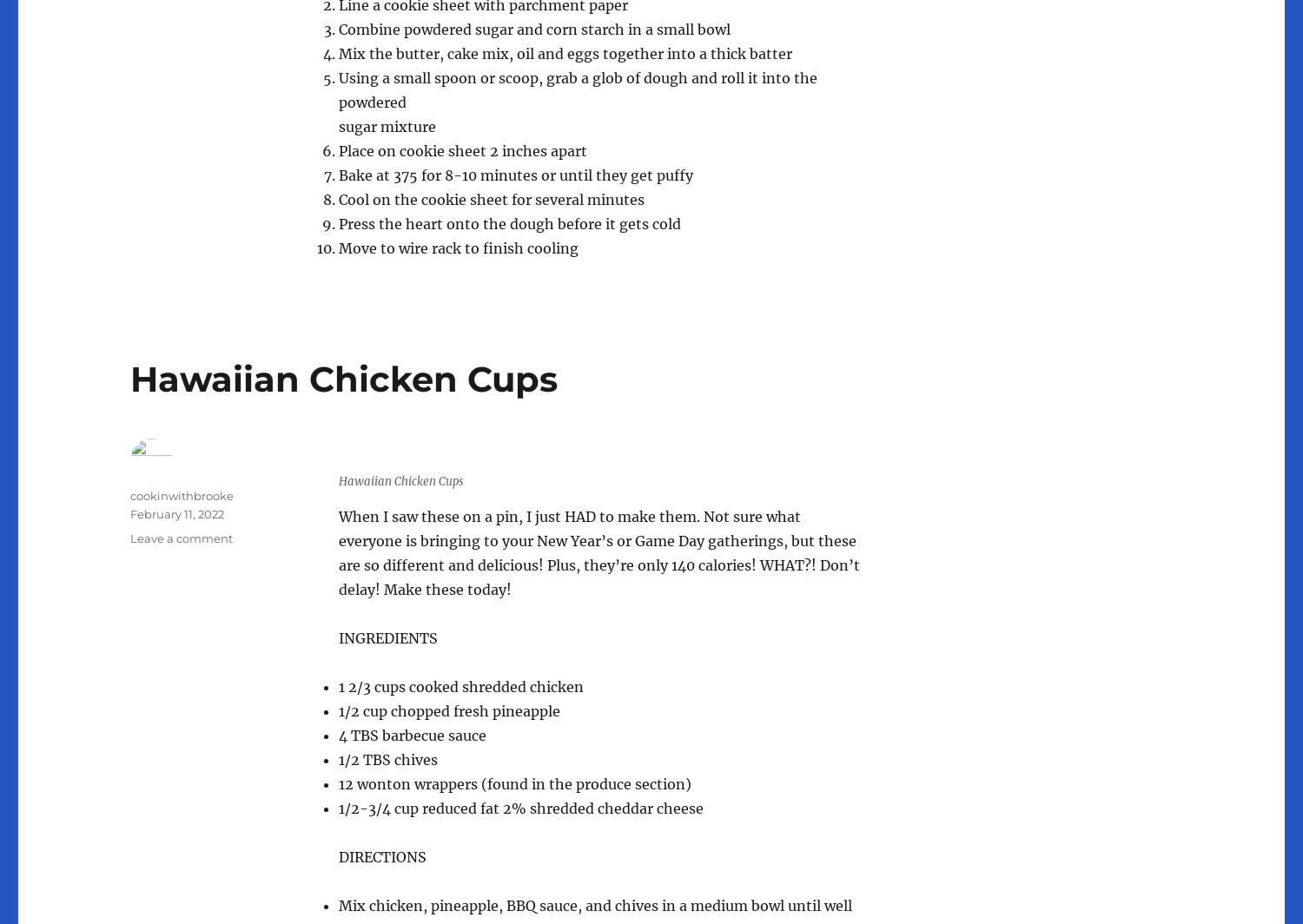 This screenshot has height=924, width=1303. Describe the element at coordinates (386, 126) in the screenshot. I see `'sugar mixture'` at that location.